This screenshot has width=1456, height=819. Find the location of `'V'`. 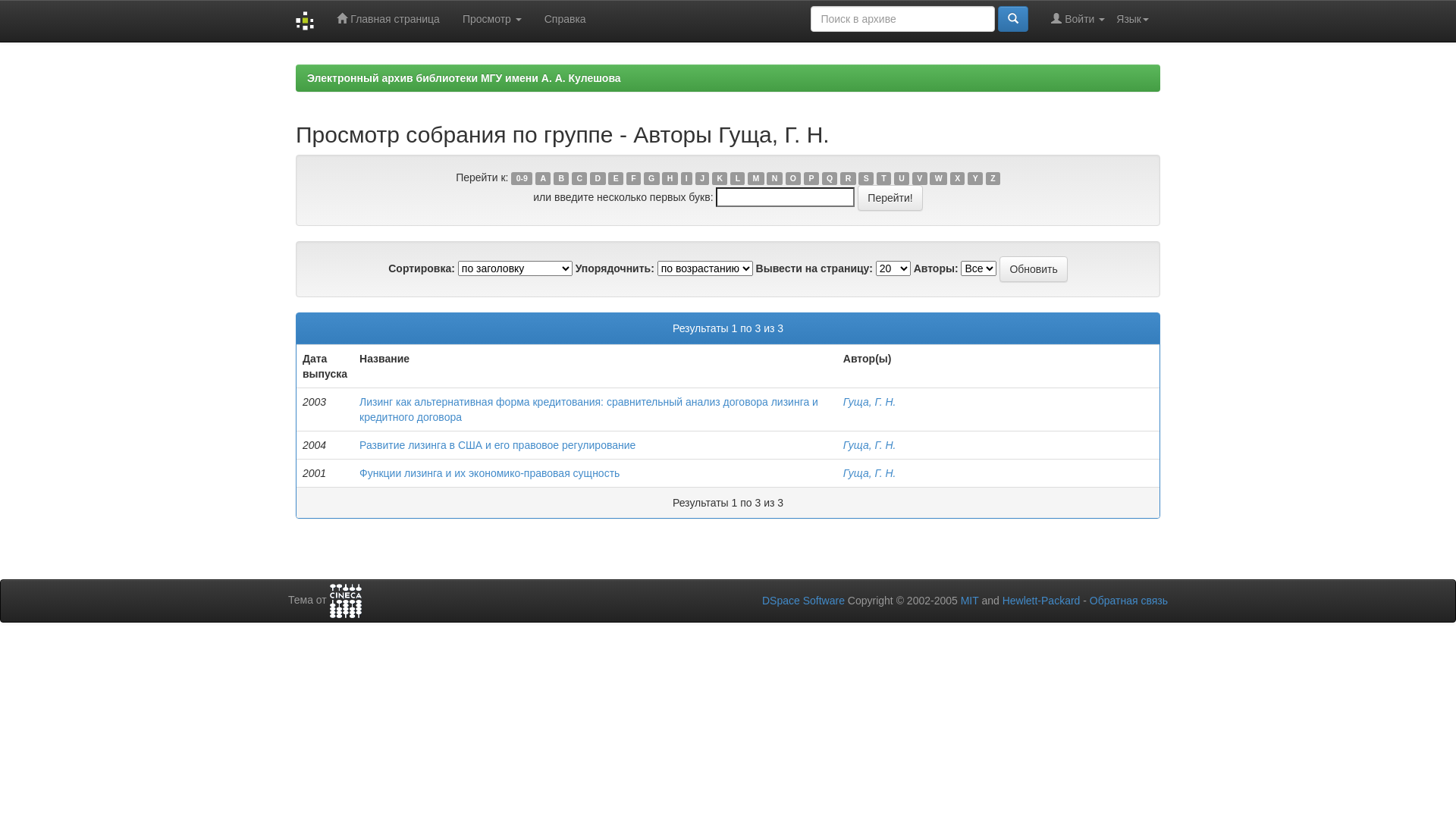

'V' is located at coordinates (919, 177).